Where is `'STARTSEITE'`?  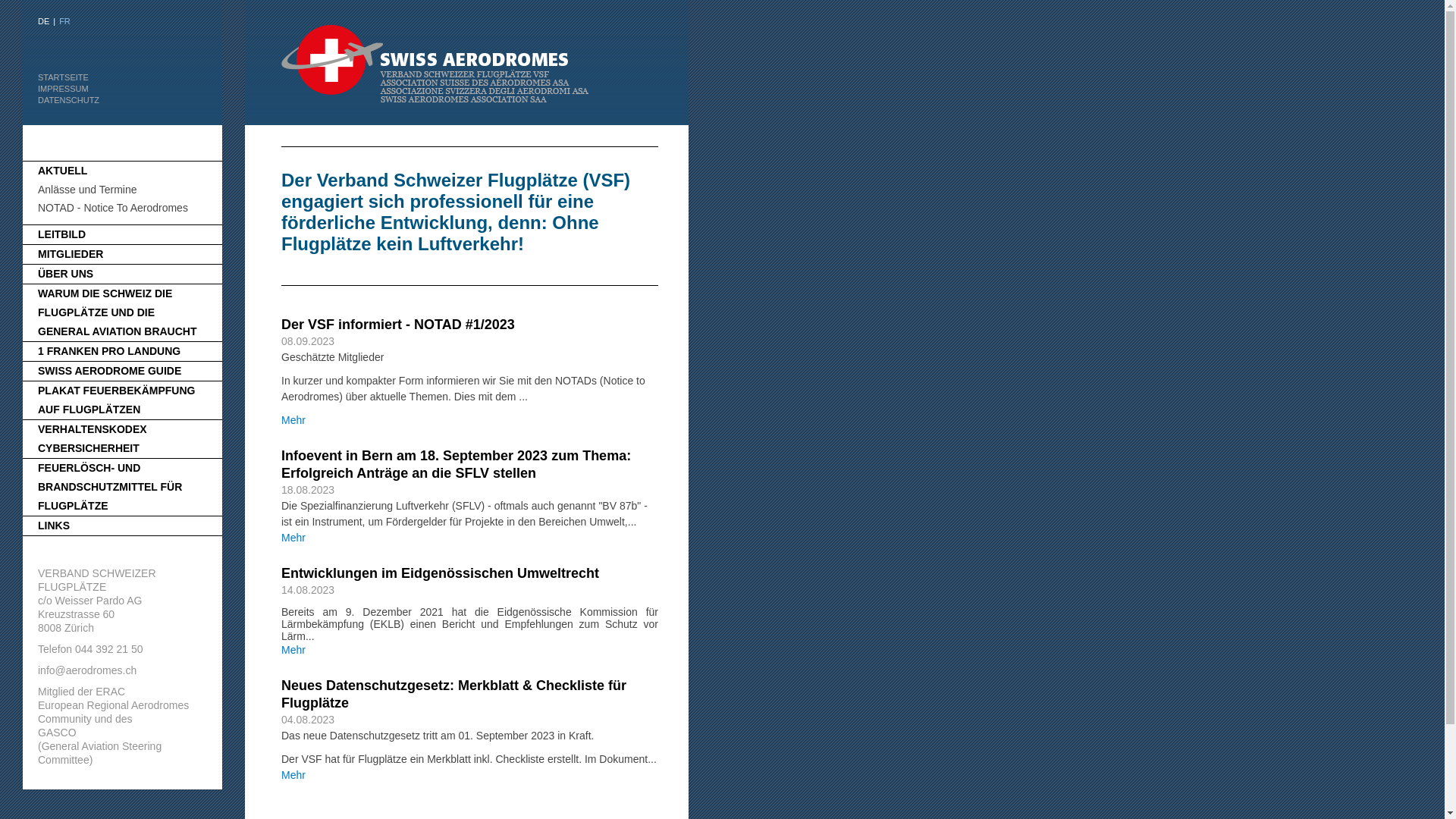
'STARTSEITE' is located at coordinates (62, 77).